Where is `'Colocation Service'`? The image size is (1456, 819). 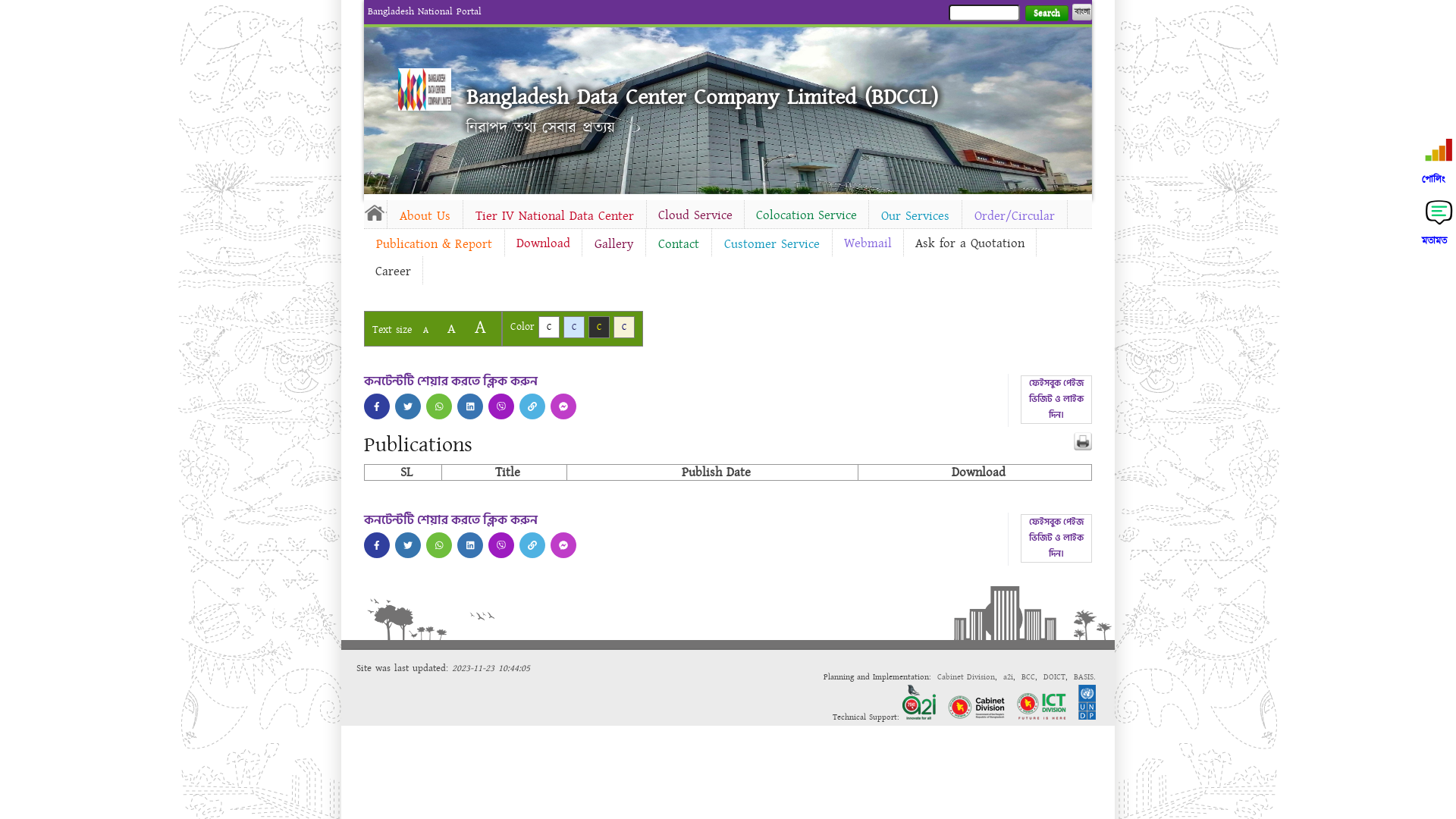
'Colocation Service' is located at coordinates (805, 215).